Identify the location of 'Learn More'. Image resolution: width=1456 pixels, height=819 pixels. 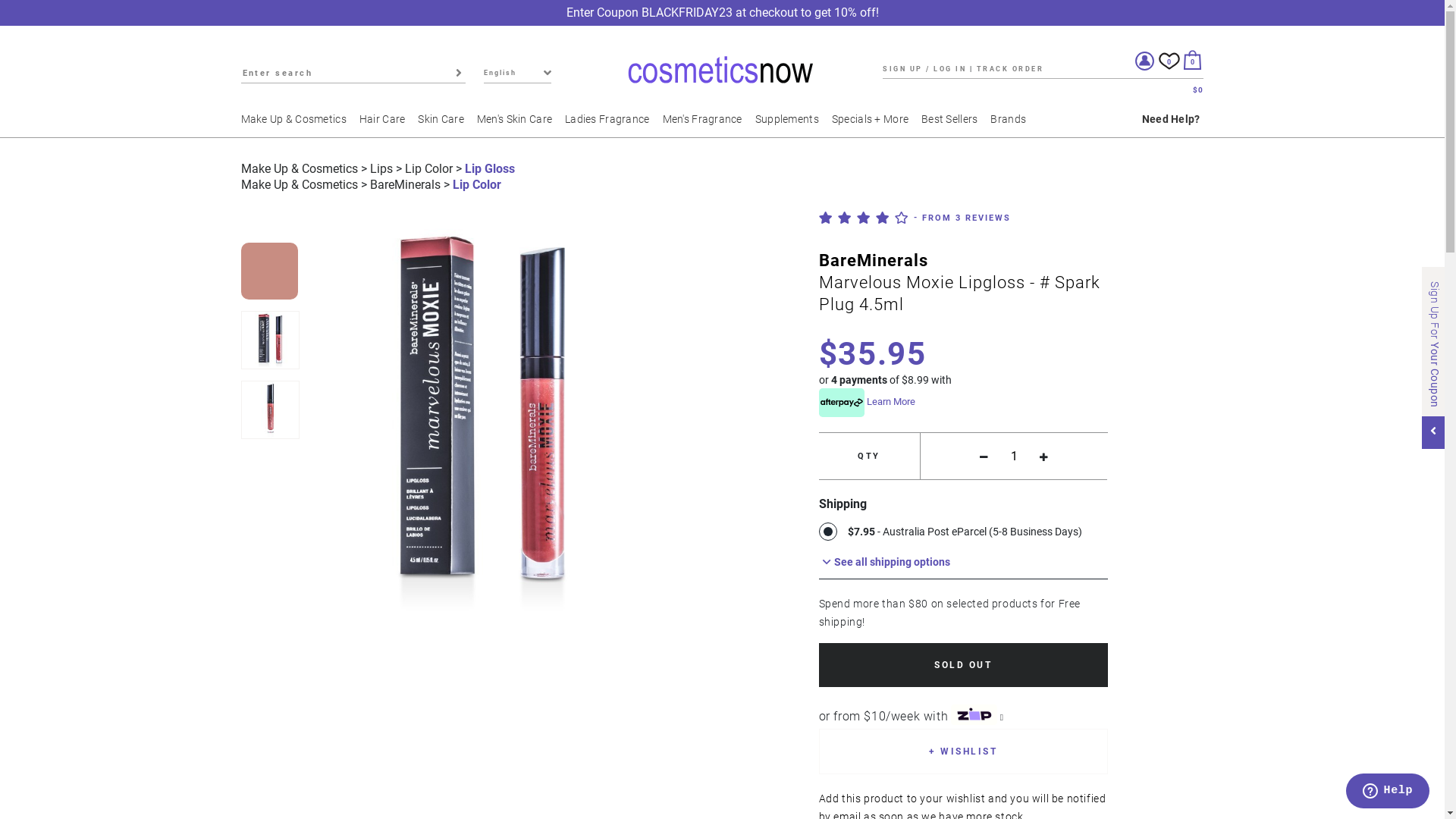
(891, 400).